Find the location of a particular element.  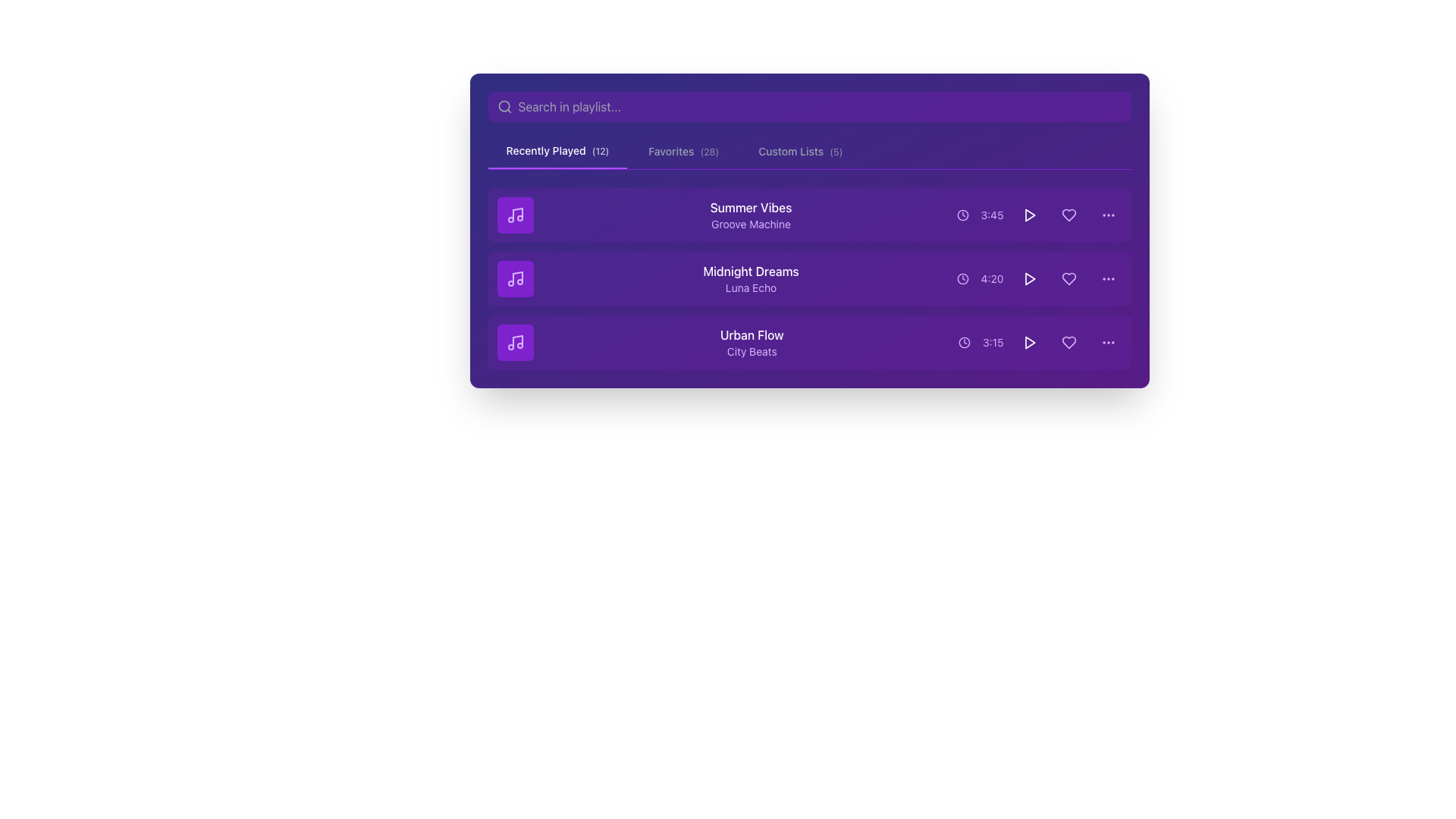

text label displaying 'Urban Flow' in white color on a vivid purple background, located in the bottom-most entry of the 'Recently Played' section is located at coordinates (752, 334).